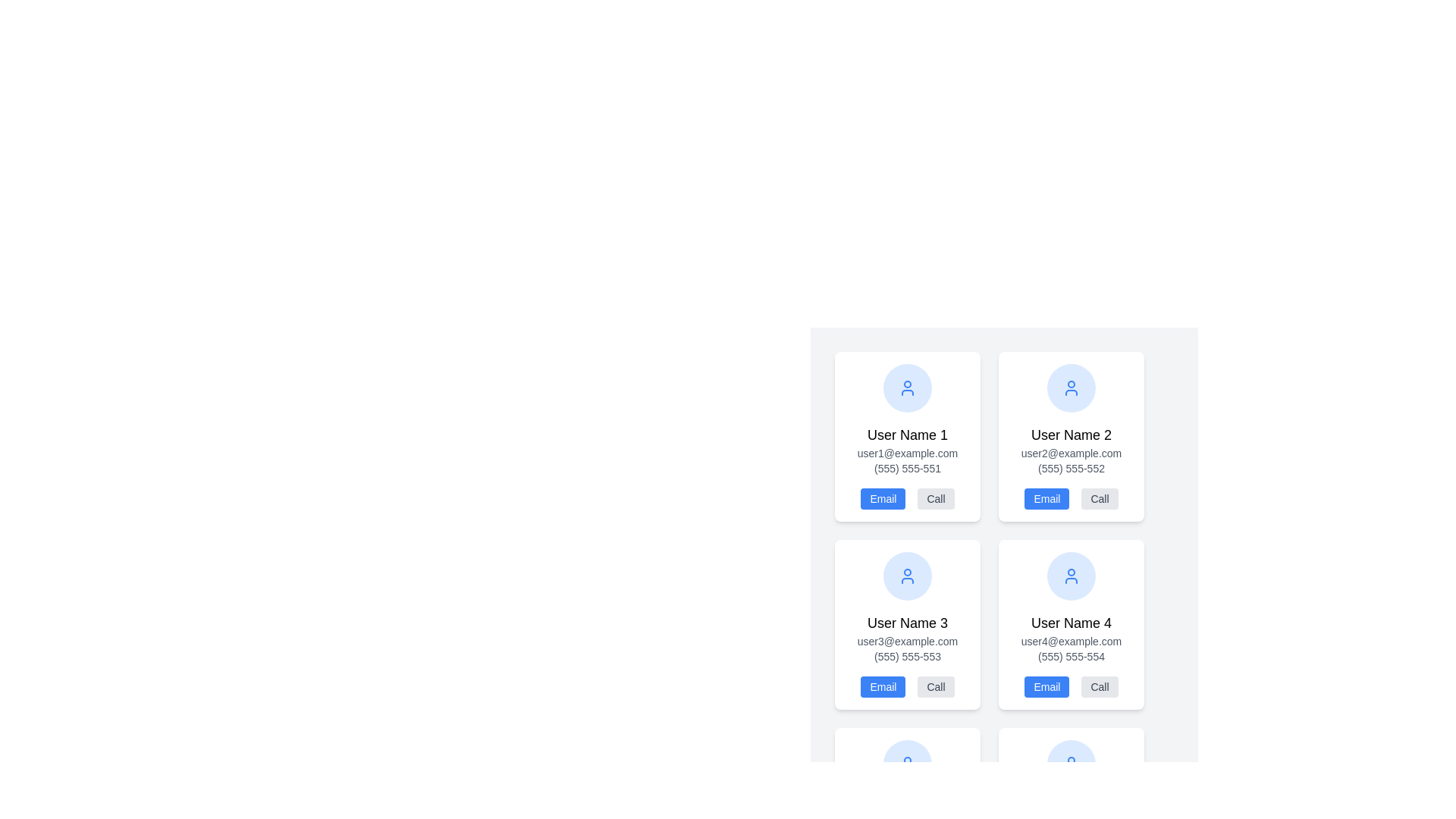  What do you see at coordinates (907, 641) in the screenshot?
I see `the email address 'user3@example.com' displayed in gray text within the user profile card, located below 'User Name 3' and above the phone number '(555) 555-553'` at bounding box center [907, 641].